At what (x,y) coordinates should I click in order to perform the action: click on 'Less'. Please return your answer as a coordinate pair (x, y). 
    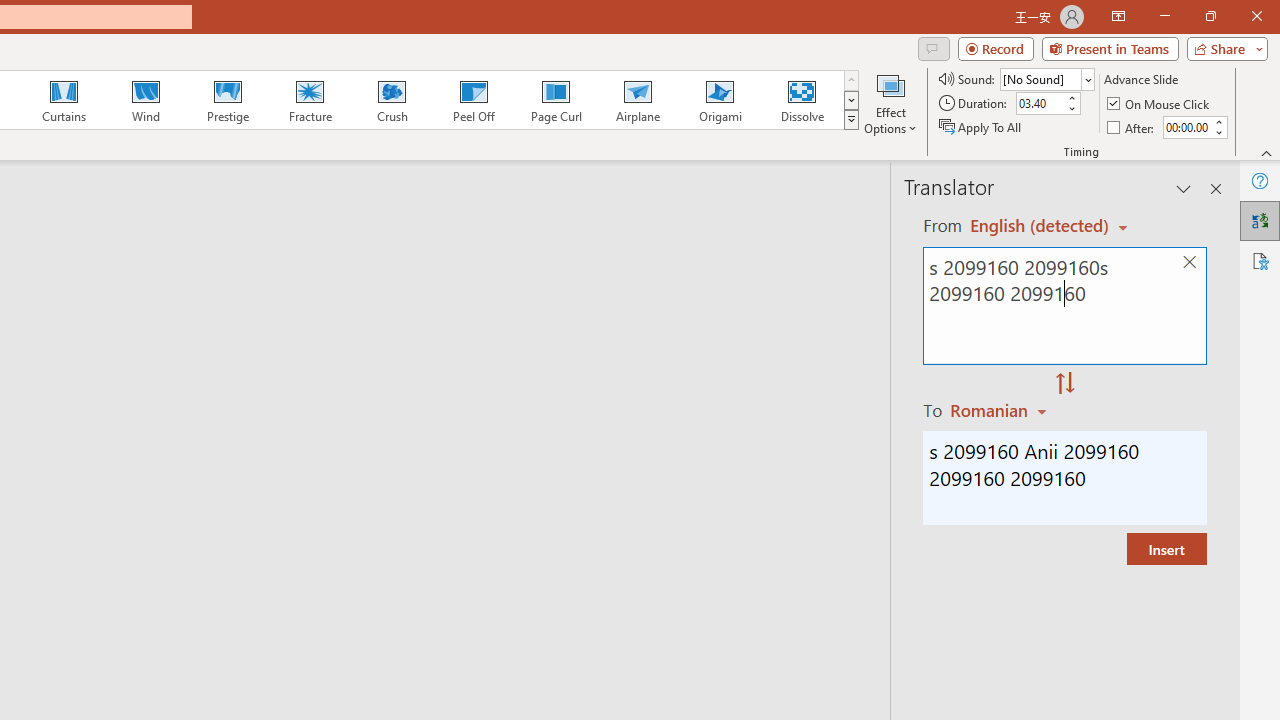
    Looking at the image, I should click on (1217, 132).